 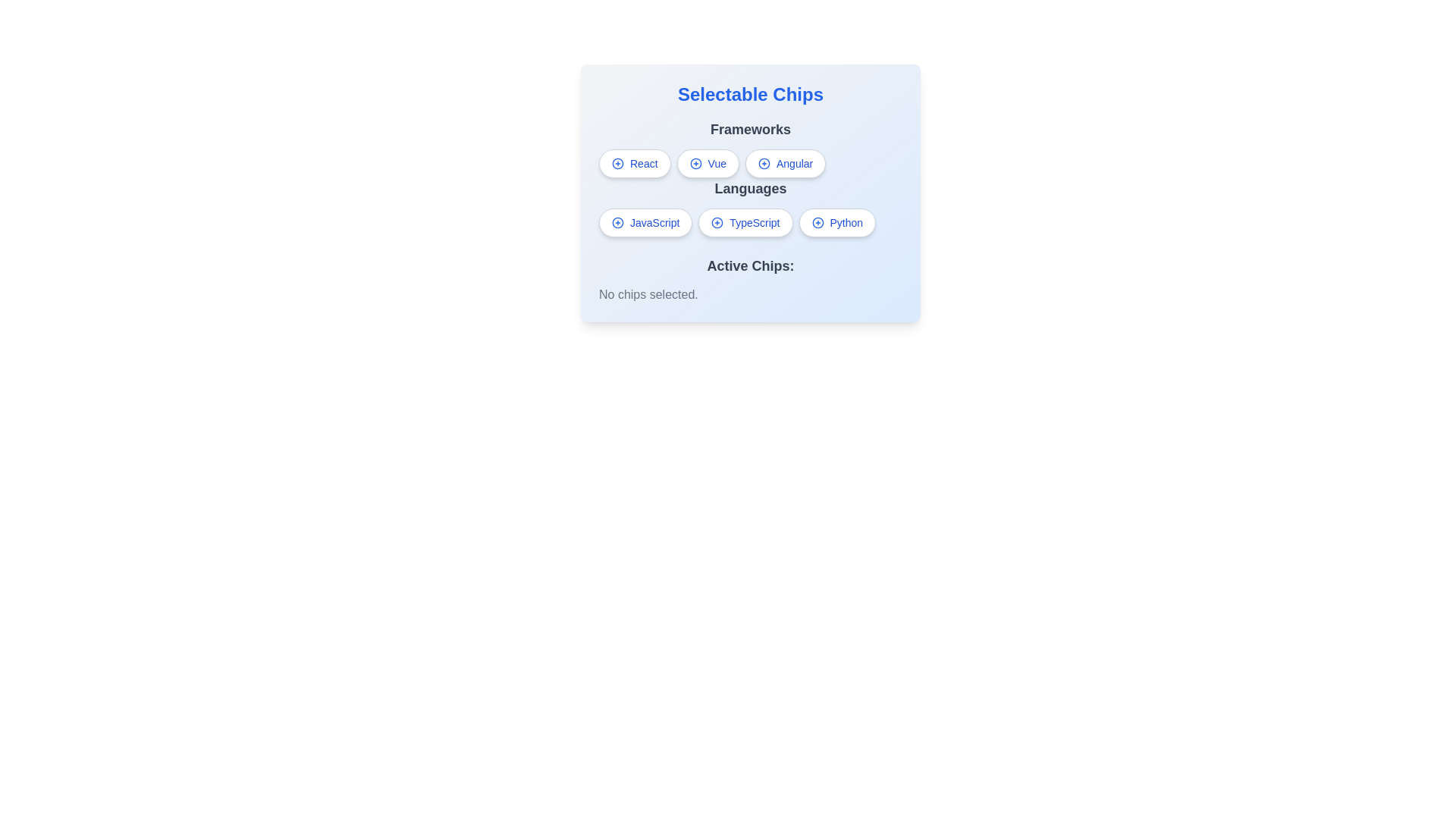 What do you see at coordinates (717, 222) in the screenshot?
I see `the blue circular icon with a bordered plus sign in the center, located inside the 'TypeScript' selection chip in the 'Languages' section` at bounding box center [717, 222].